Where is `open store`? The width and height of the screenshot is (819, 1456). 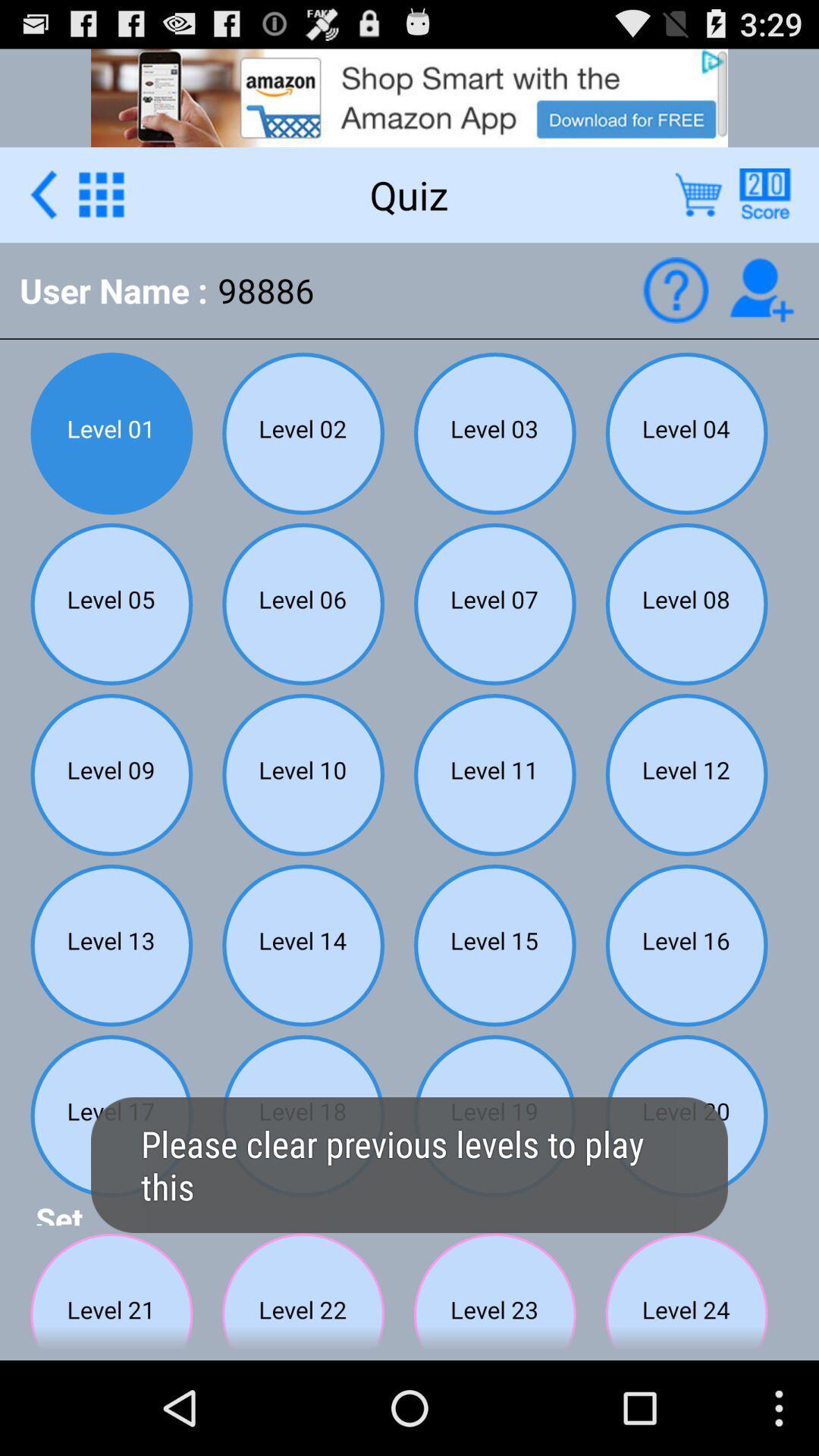 open store is located at coordinates (698, 193).